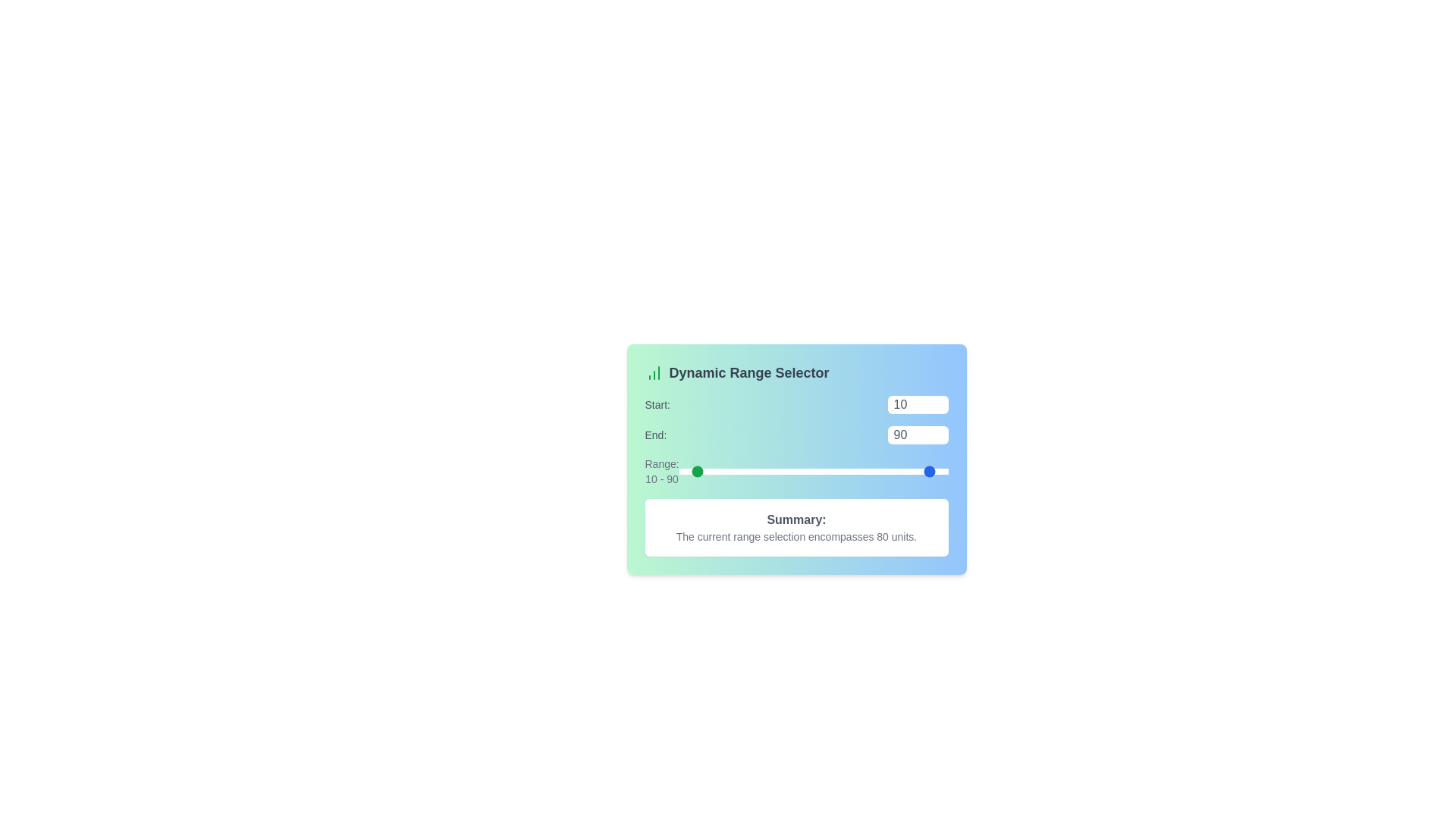 This screenshot has height=819, width=1456. What do you see at coordinates (928, 470) in the screenshot?
I see `the 'End' slider to set the range end value to 86` at bounding box center [928, 470].